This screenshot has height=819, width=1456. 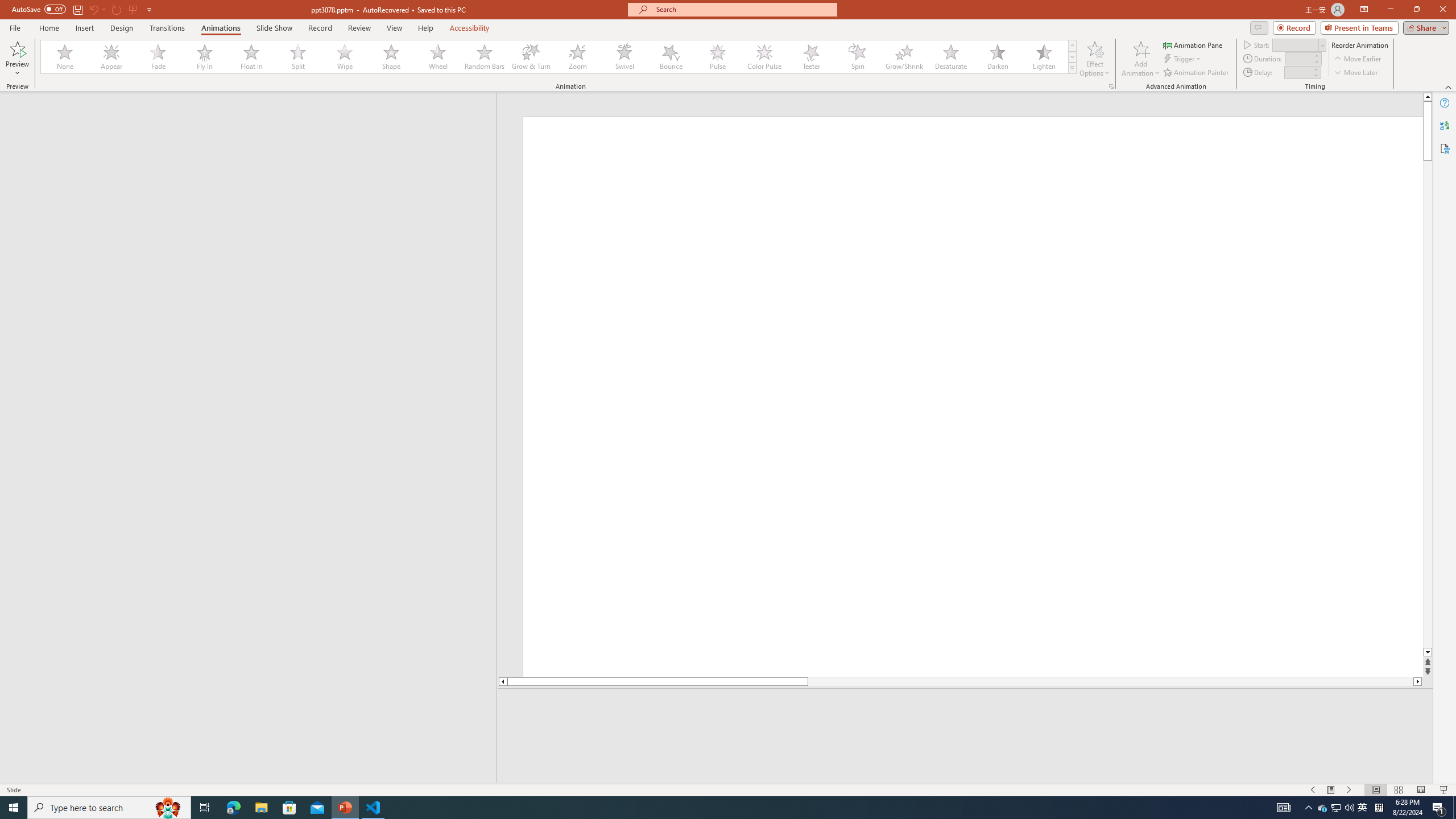 I want to click on 'Float In', so click(x=251, y=56).